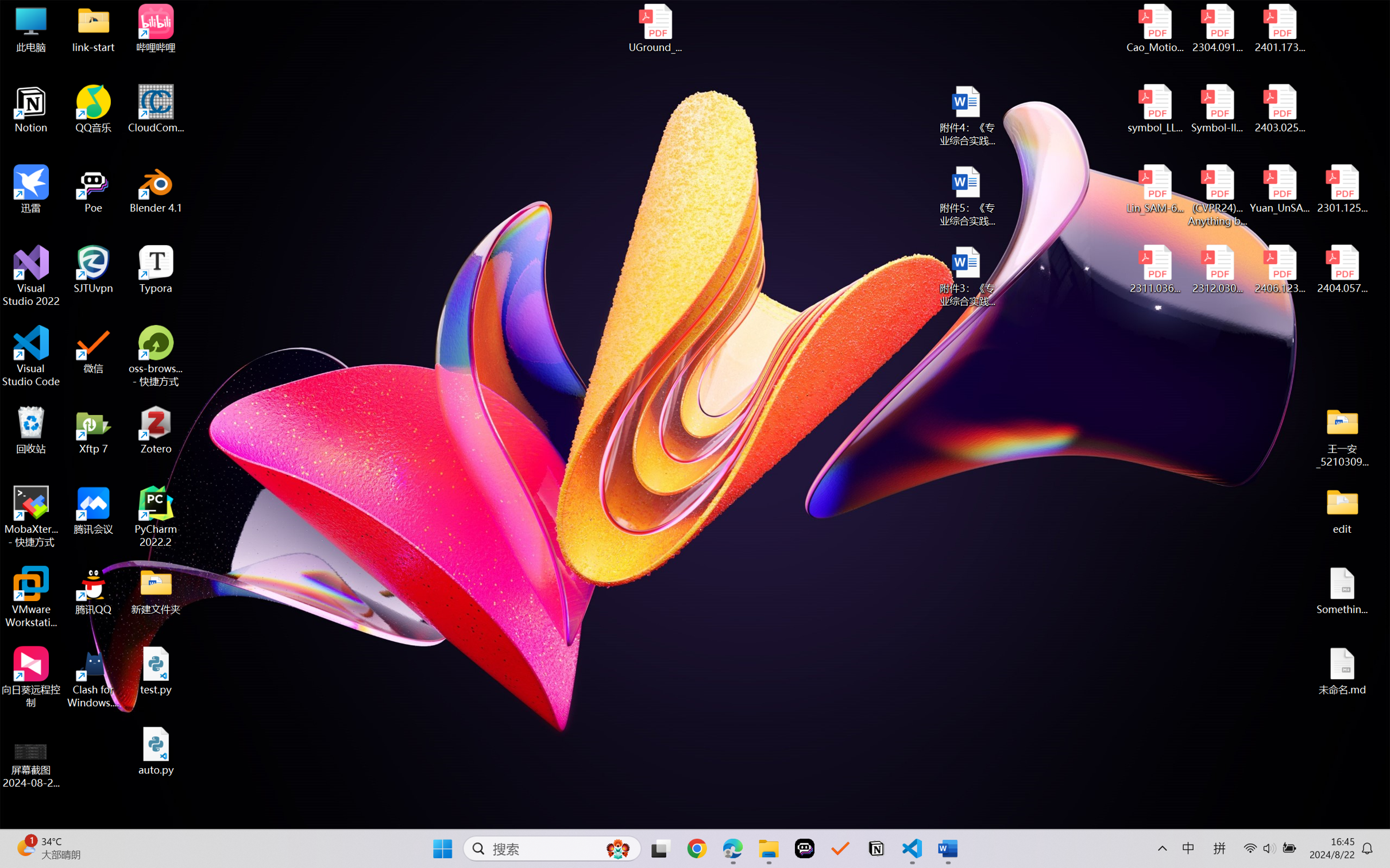  What do you see at coordinates (1217, 28) in the screenshot?
I see `'2304.09121v3.pdf'` at bounding box center [1217, 28].